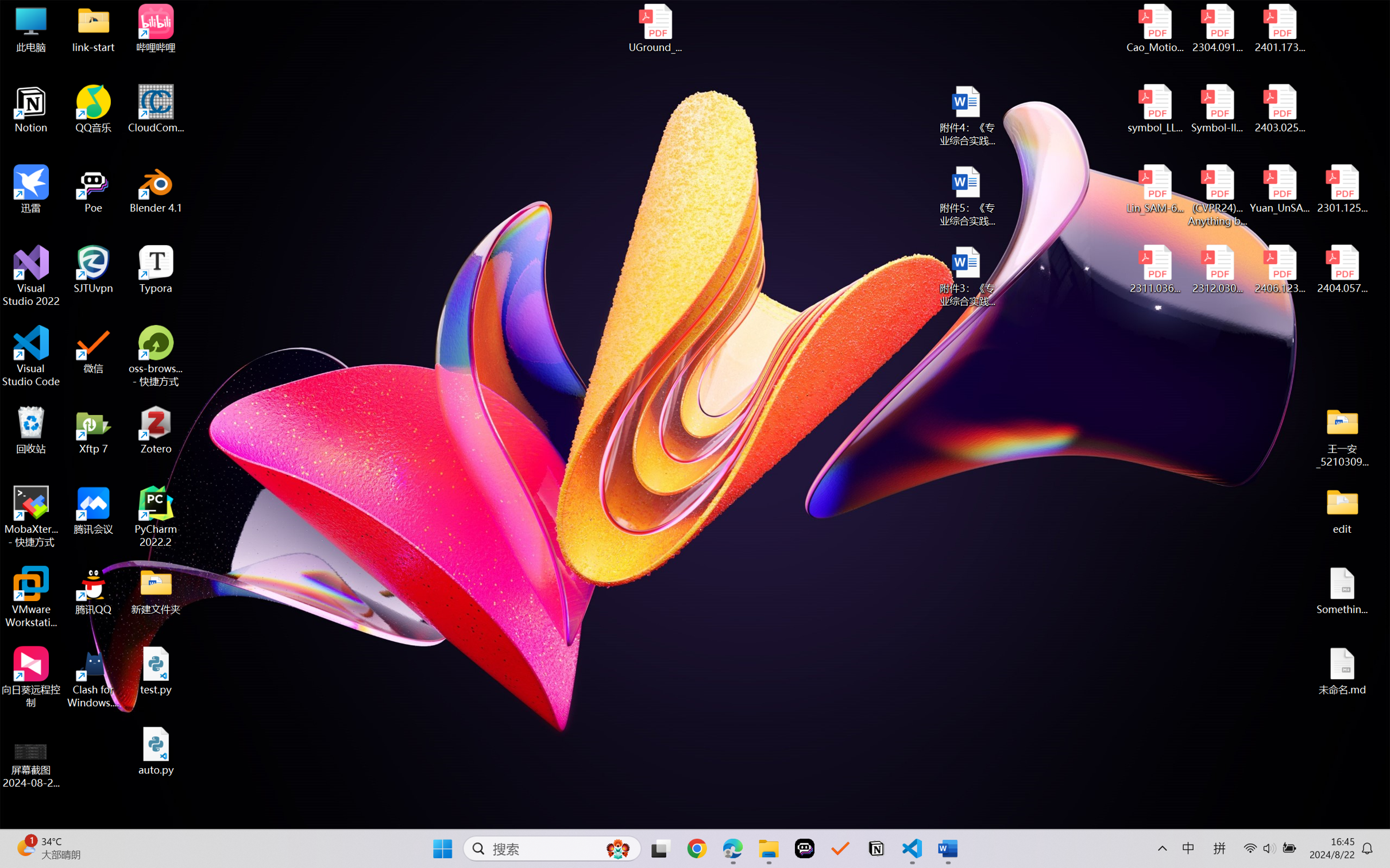  What do you see at coordinates (1217, 28) in the screenshot?
I see `'2304.09121v3.pdf'` at bounding box center [1217, 28].